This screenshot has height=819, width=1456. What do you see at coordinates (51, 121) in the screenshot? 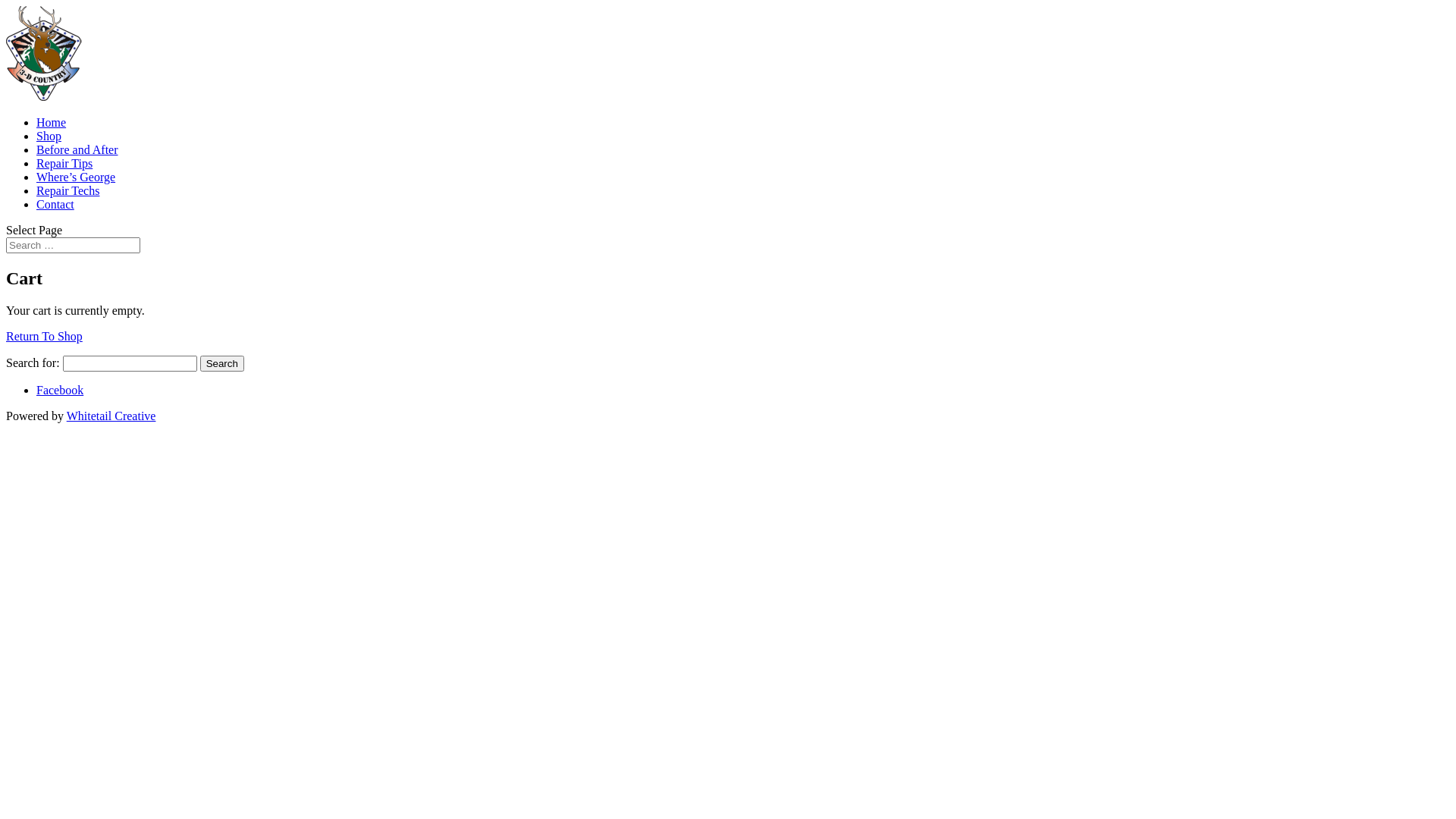
I see `'Home'` at bounding box center [51, 121].